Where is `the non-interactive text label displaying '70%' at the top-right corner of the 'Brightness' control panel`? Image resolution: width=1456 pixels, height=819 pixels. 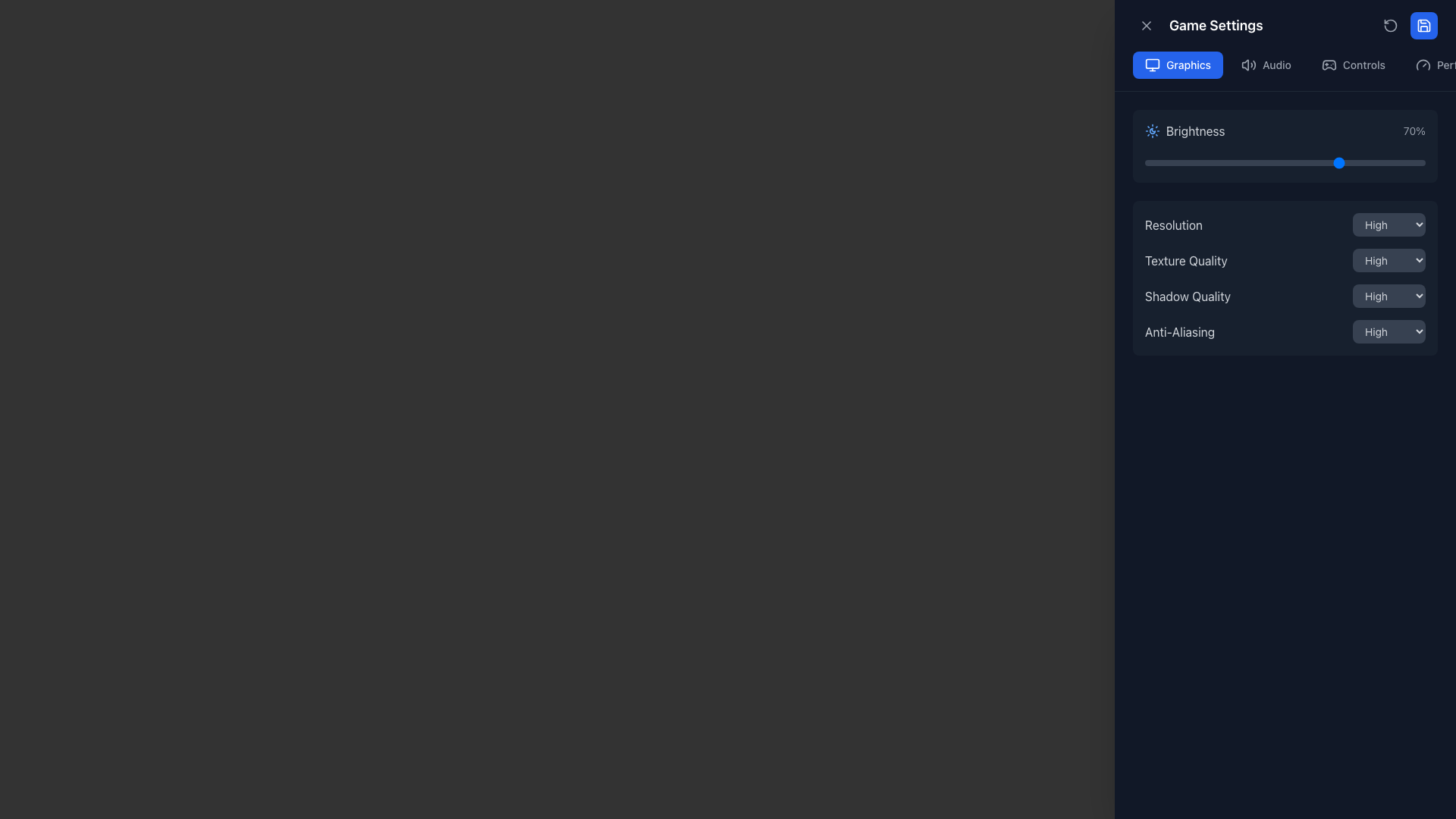
the non-interactive text label displaying '70%' at the top-right corner of the 'Brightness' control panel is located at coordinates (1414, 130).